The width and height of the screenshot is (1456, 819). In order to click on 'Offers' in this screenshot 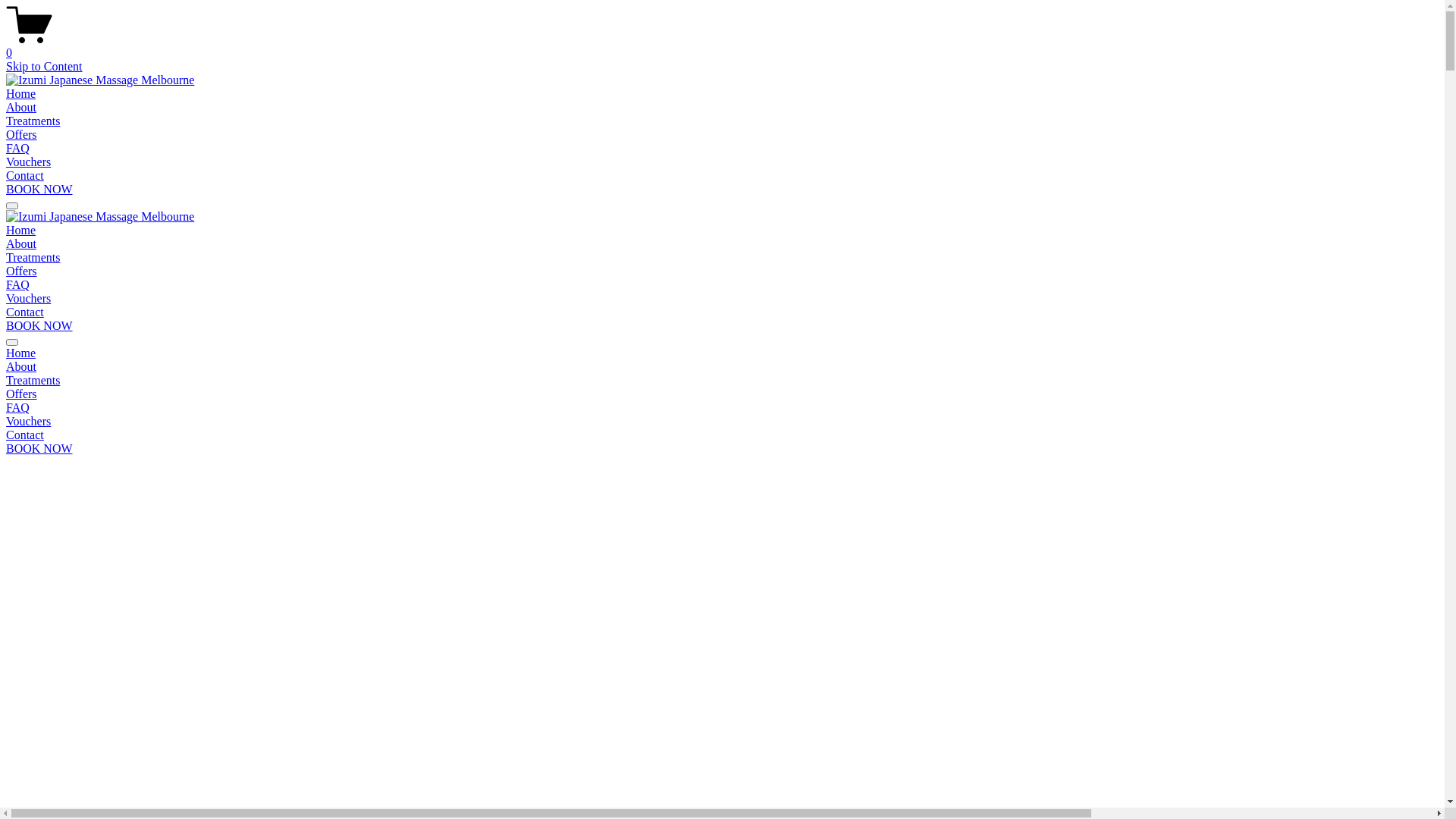, I will do `click(21, 133)`.